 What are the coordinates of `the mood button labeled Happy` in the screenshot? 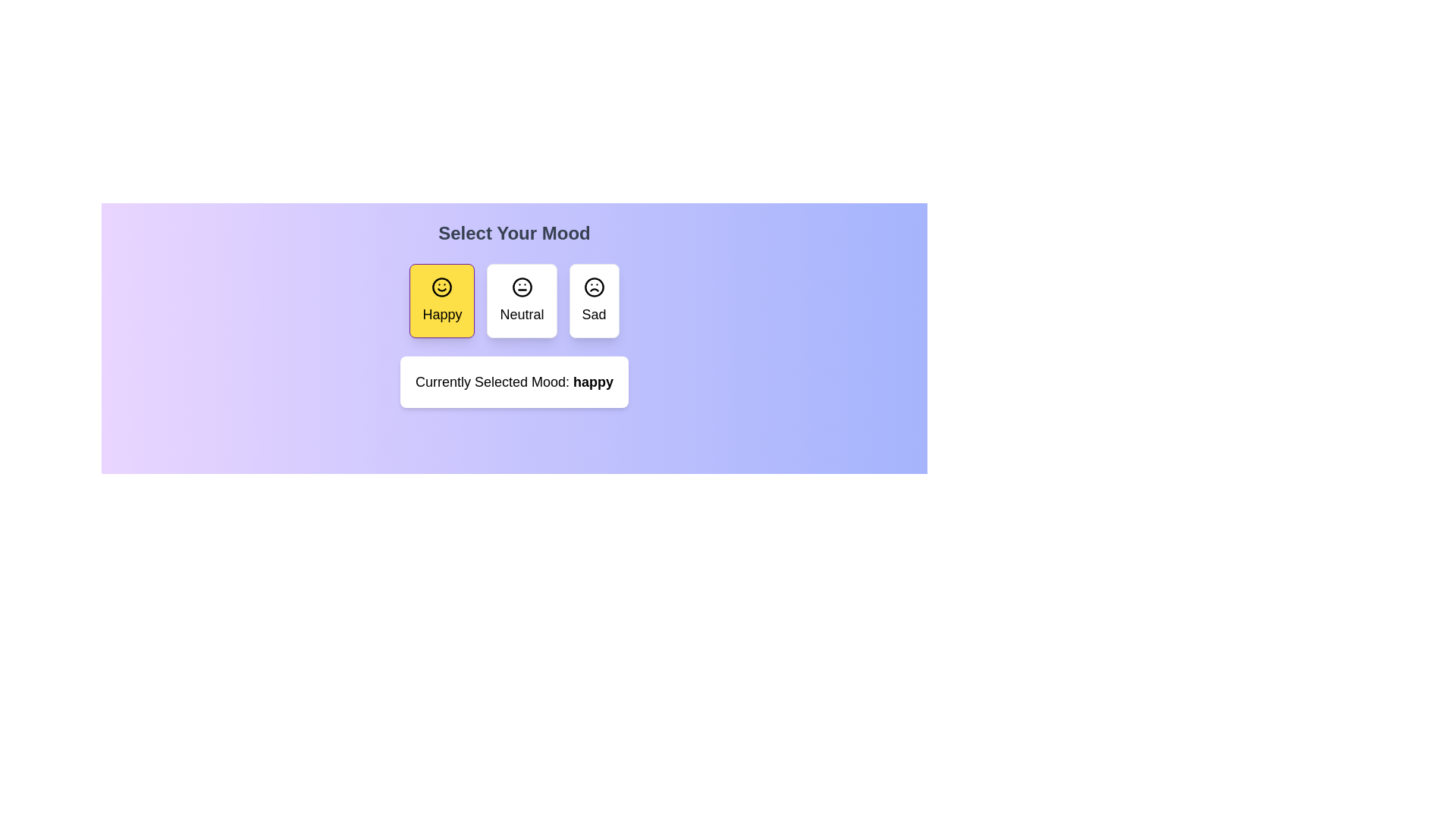 It's located at (441, 301).